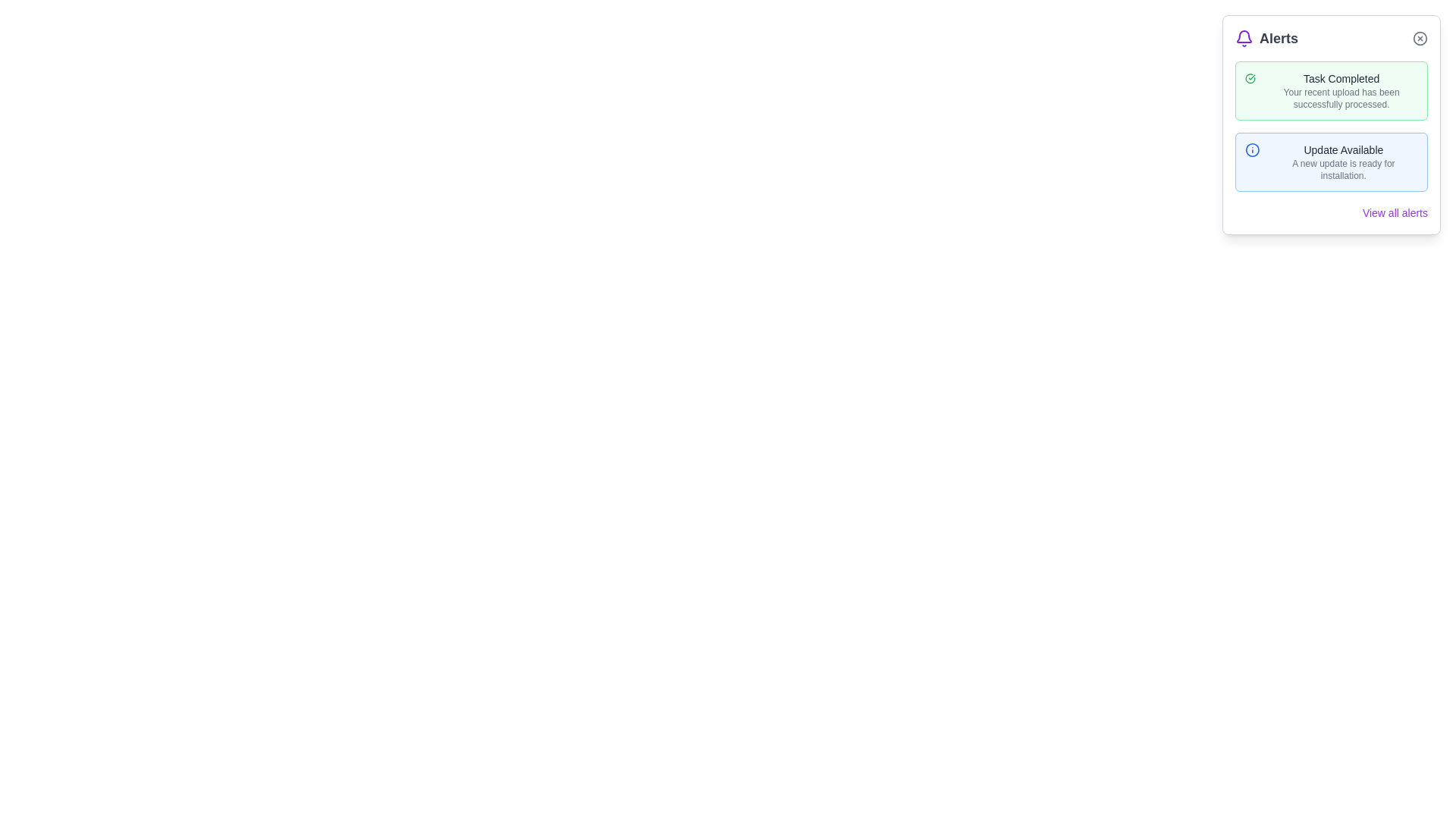 The height and width of the screenshot is (819, 1456). What do you see at coordinates (1250, 79) in the screenshot?
I see `the status represented by the circular green icon with a checkmark, located to the left of the 'Task Completed' text in the notification block` at bounding box center [1250, 79].